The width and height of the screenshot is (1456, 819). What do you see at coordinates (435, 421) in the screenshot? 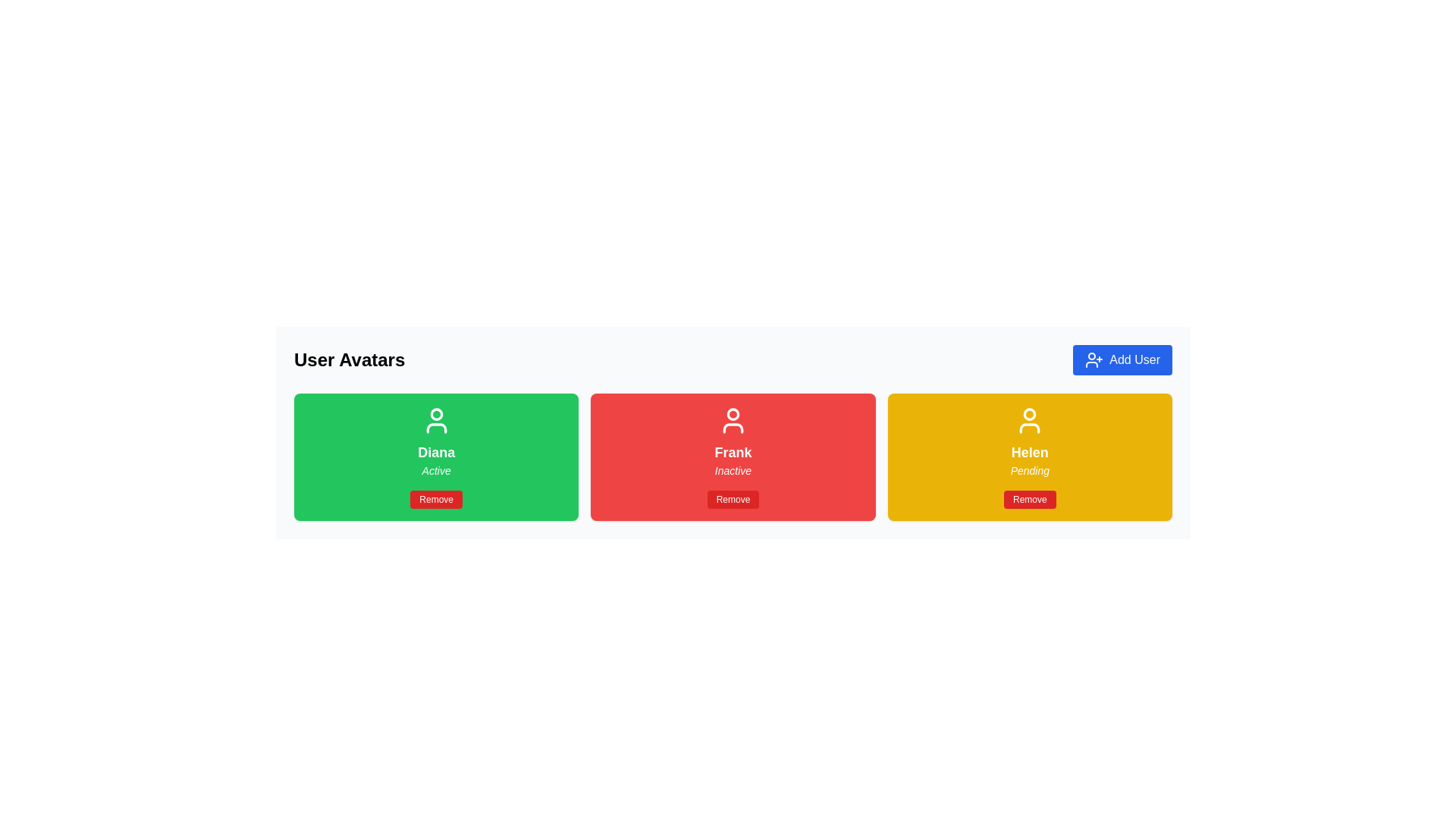
I see `the user icon styled as a minimalist outline of a person located at the center-top of the card labeled 'Diana', above the text 'Active'` at bounding box center [435, 421].